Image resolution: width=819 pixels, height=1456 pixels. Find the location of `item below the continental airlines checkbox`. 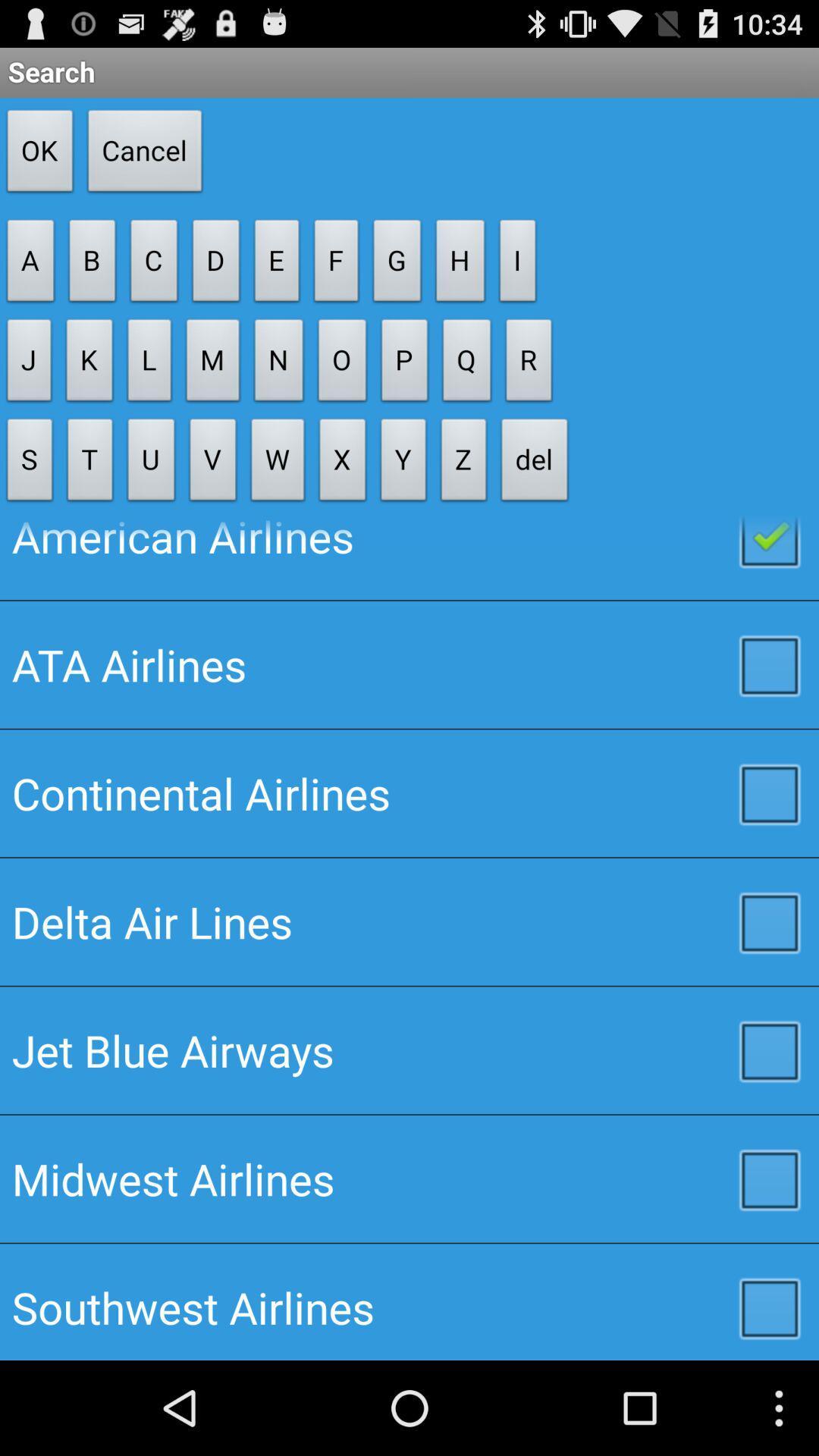

item below the continental airlines checkbox is located at coordinates (409, 921).